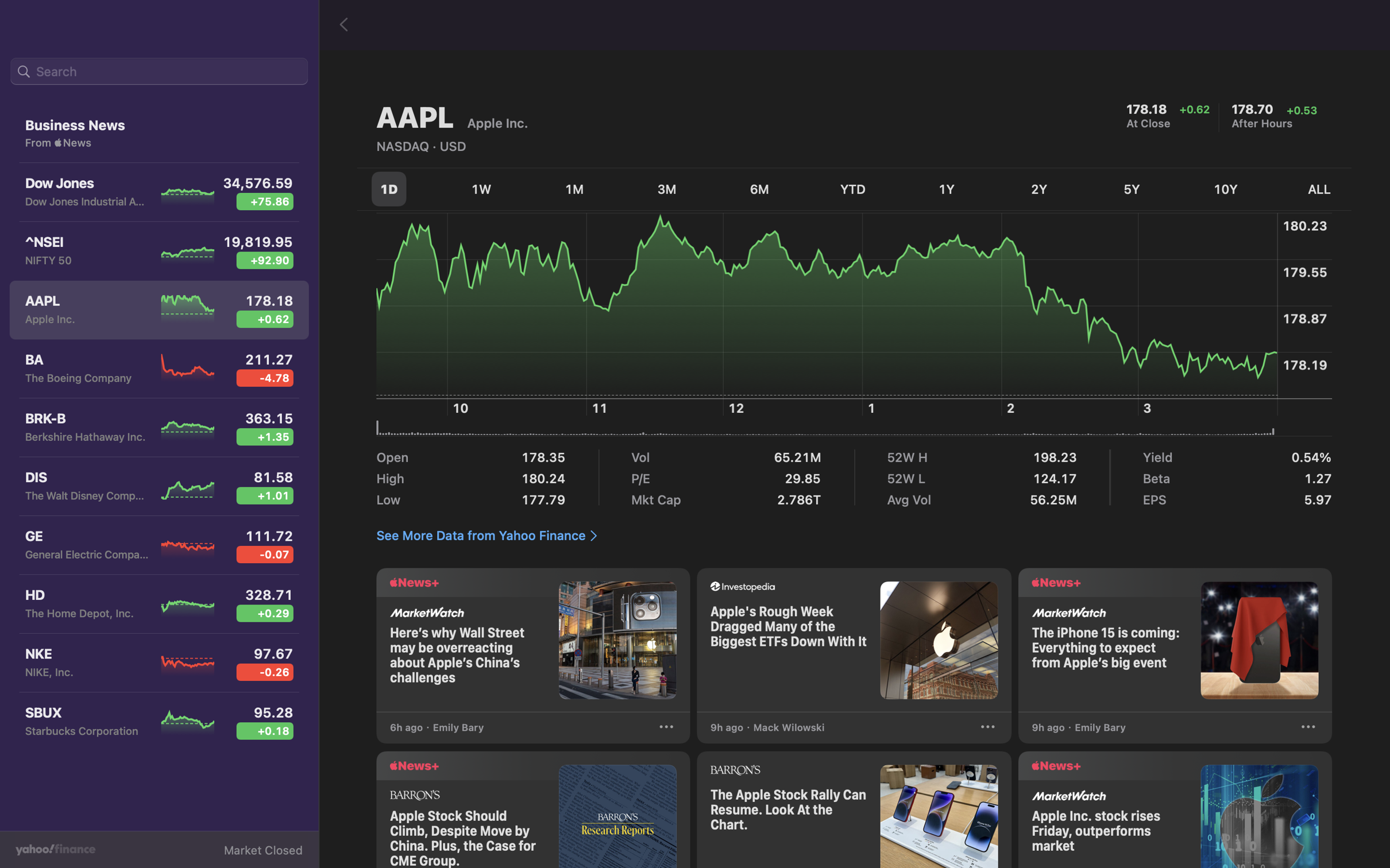  Describe the element at coordinates (1311, 190) in the screenshot. I see `an overview of the stock movement for the entire available data` at that location.